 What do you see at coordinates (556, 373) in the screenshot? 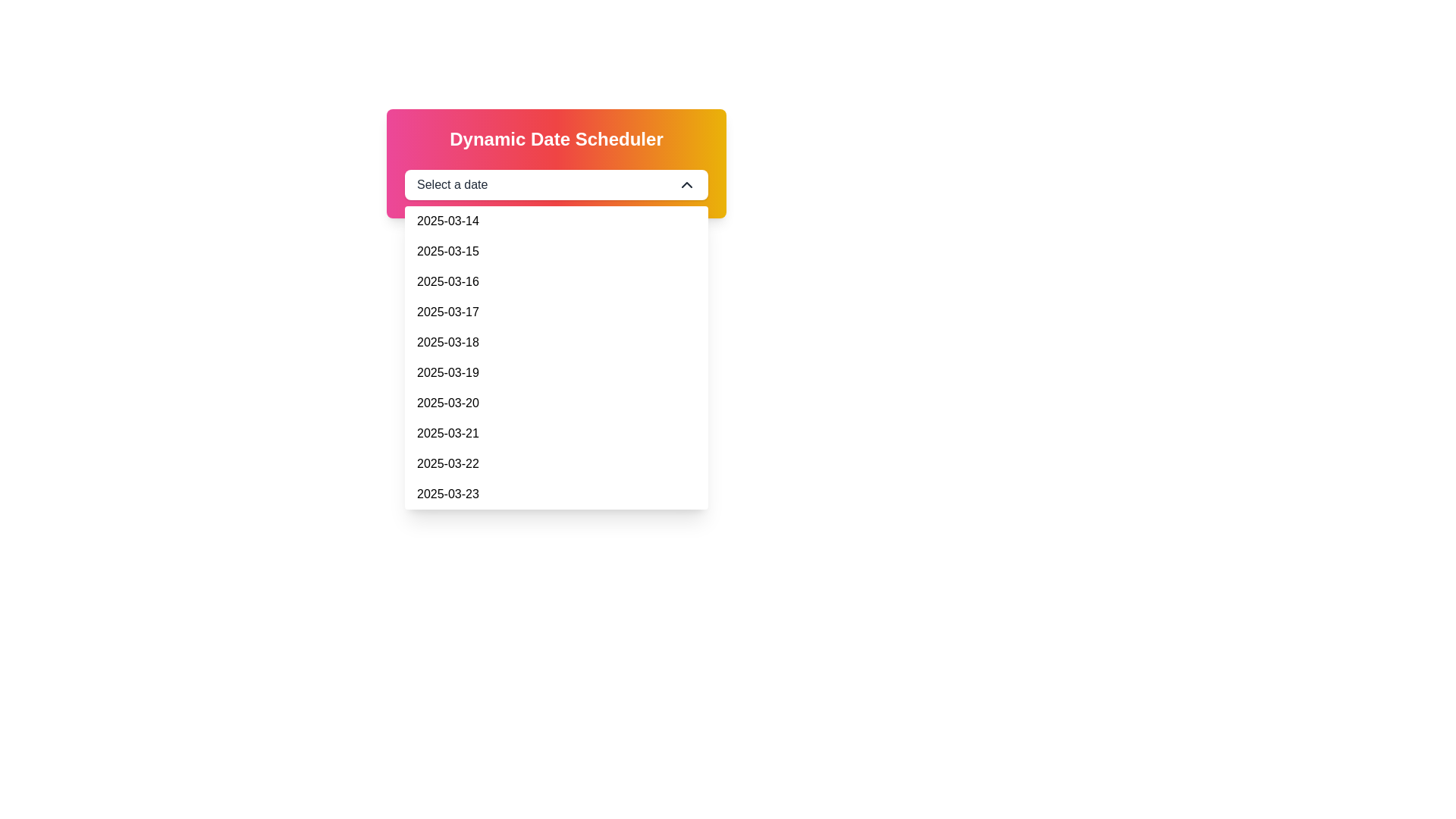
I see `the sixth list item in the dropdown menu displaying the date '2025-03-19'` at bounding box center [556, 373].